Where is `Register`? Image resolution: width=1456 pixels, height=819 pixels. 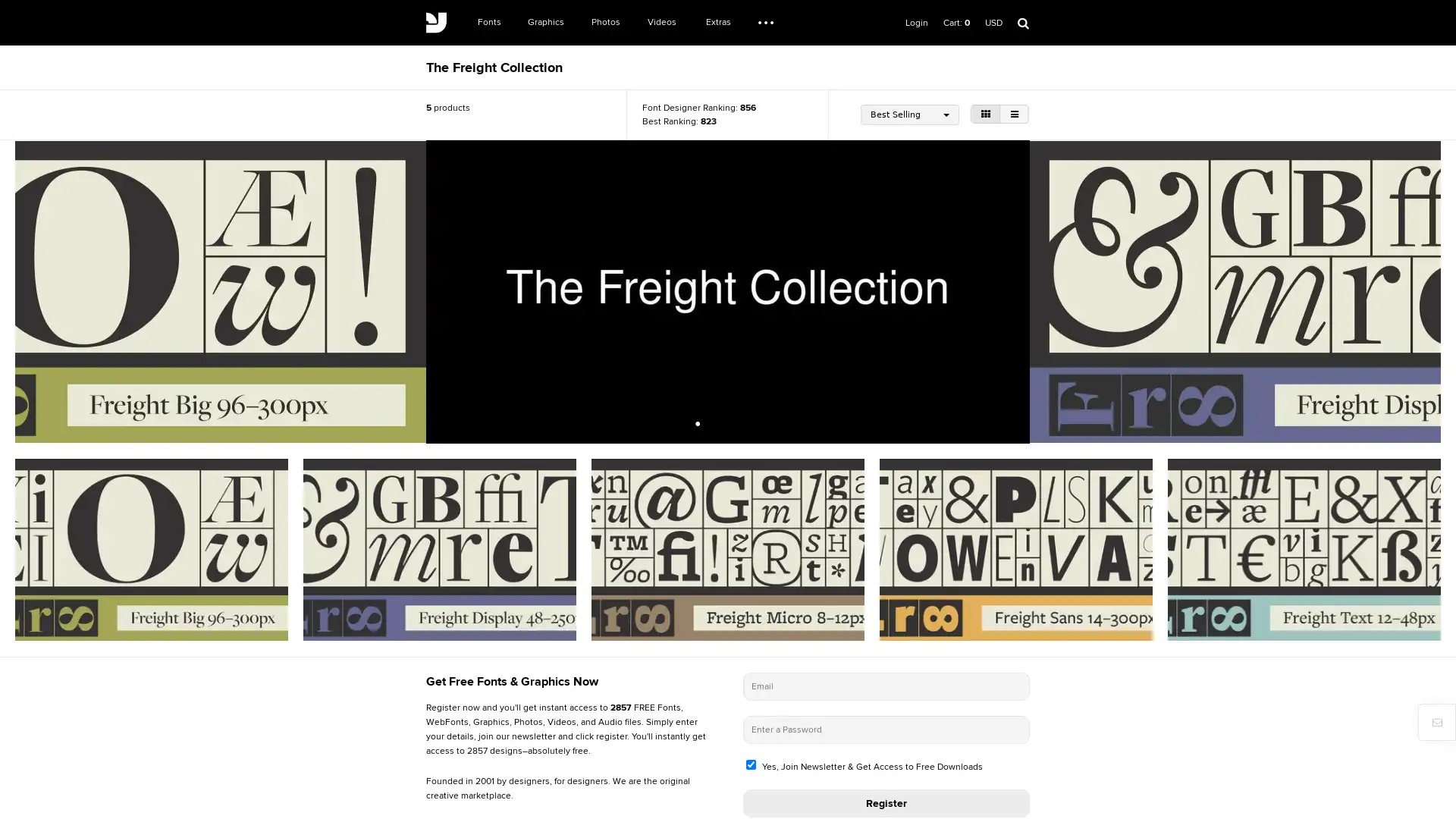
Register is located at coordinates (886, 802).